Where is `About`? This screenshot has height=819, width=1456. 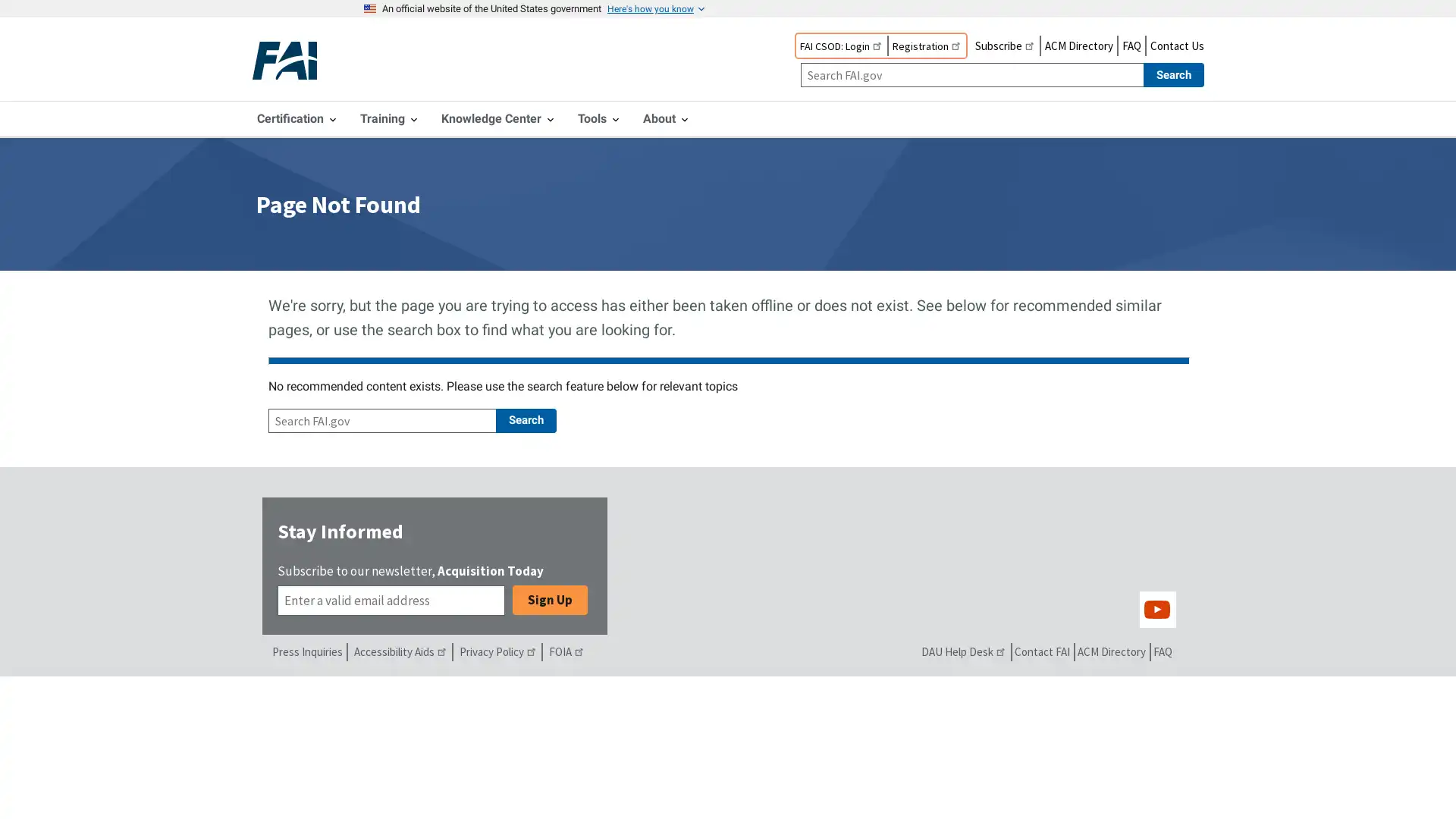 About is located at coordinates (664, 118).